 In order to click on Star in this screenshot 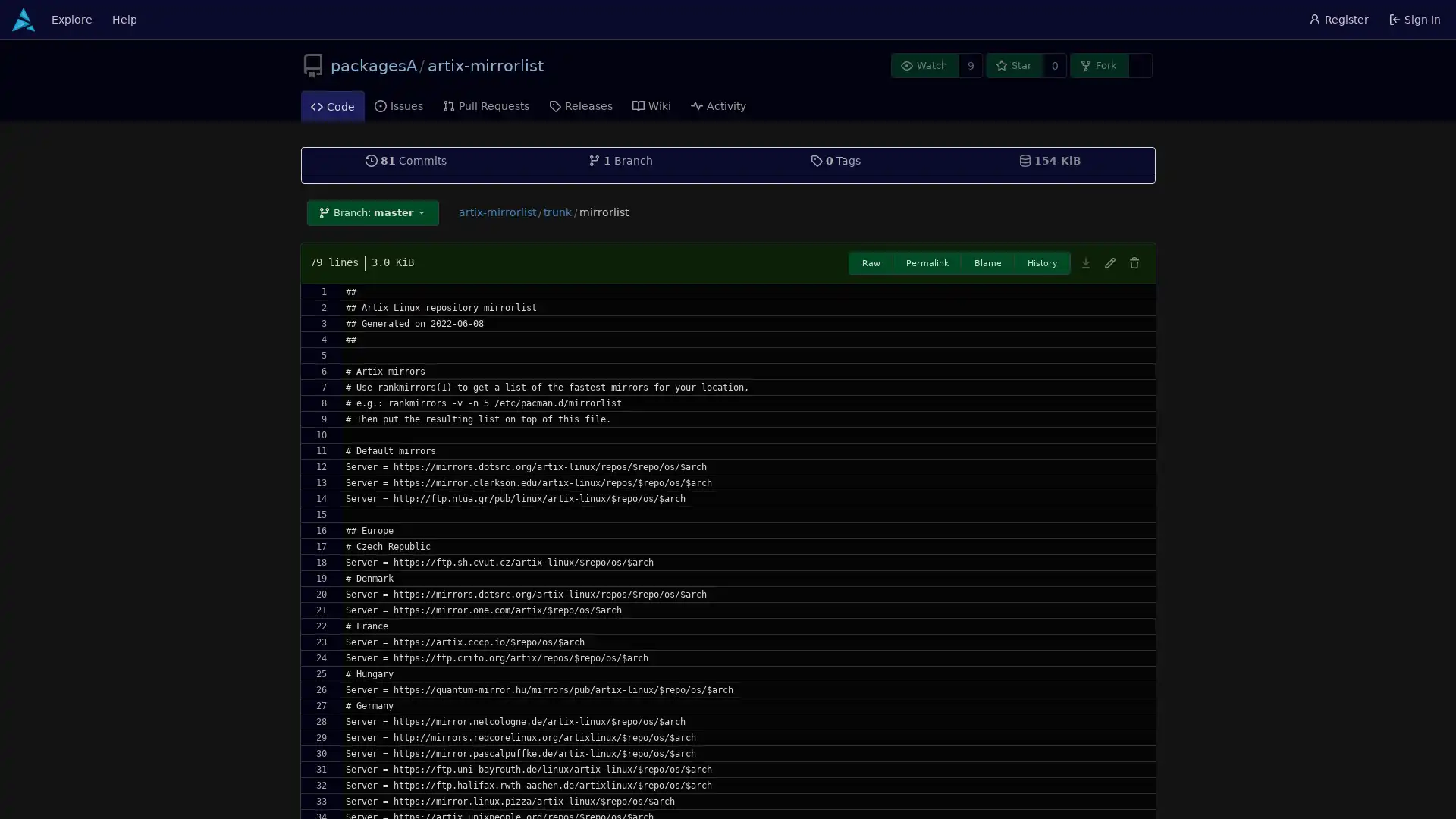, I will do `click(1014, 64)`.